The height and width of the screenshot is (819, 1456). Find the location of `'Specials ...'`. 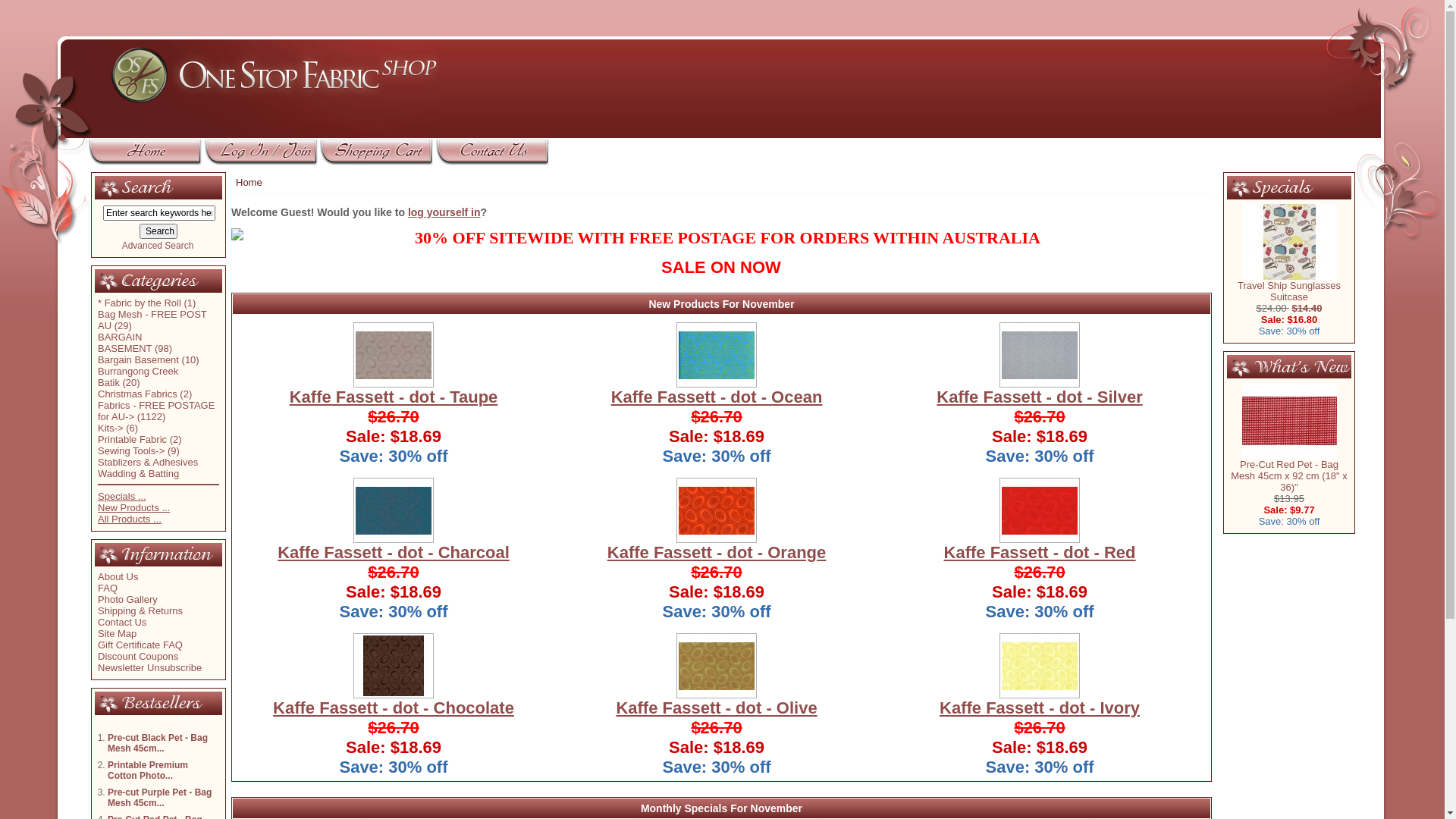

'Specials ...' is located at coordinates (97, 495).